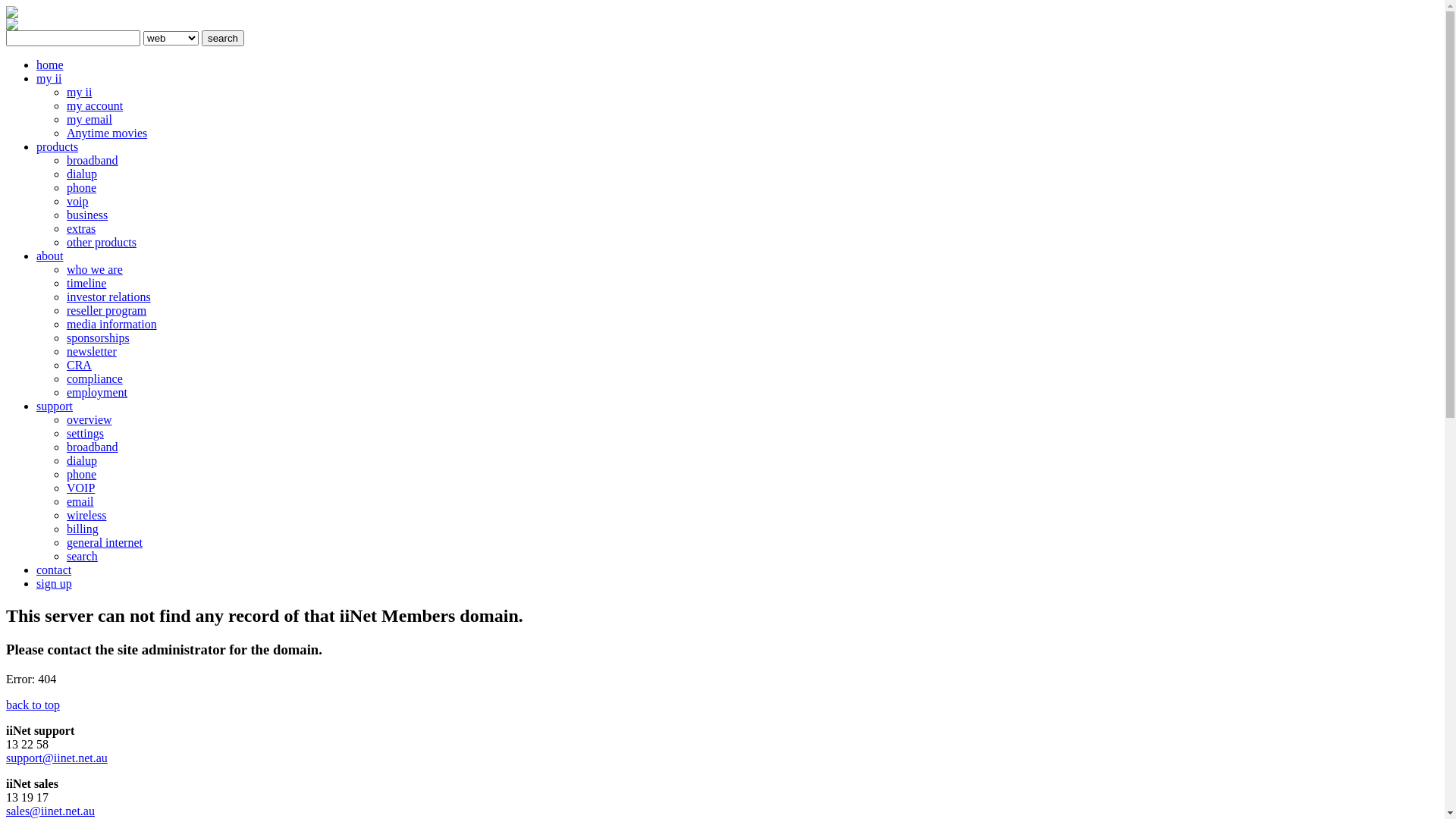  Describe the element at coordinates (33, 704) in the screenshot. I see `'back to top'` at that location.